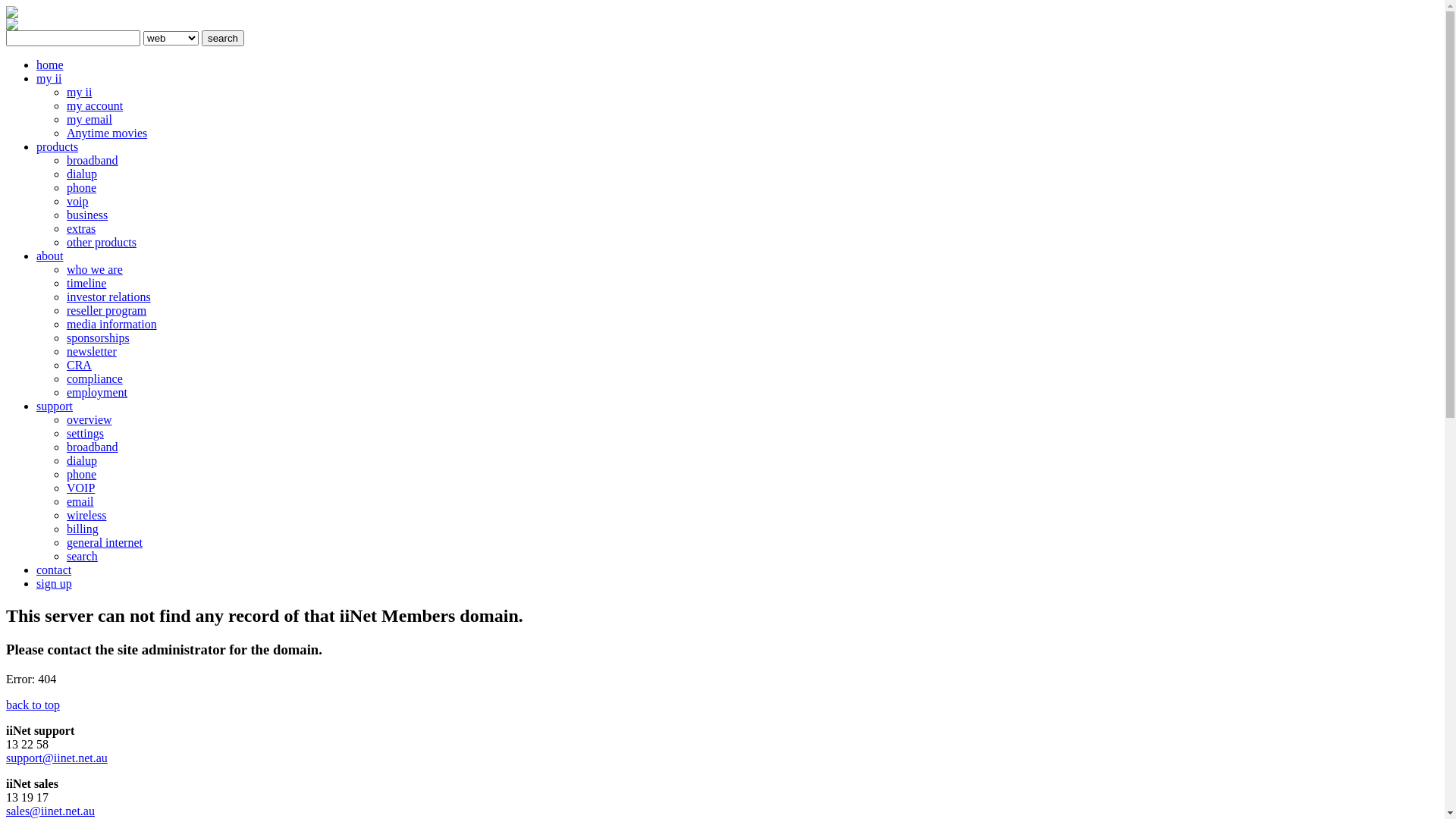  Describe the element at coordinates (33, 704) in the screenshot. I see `'back to top'` at that location.